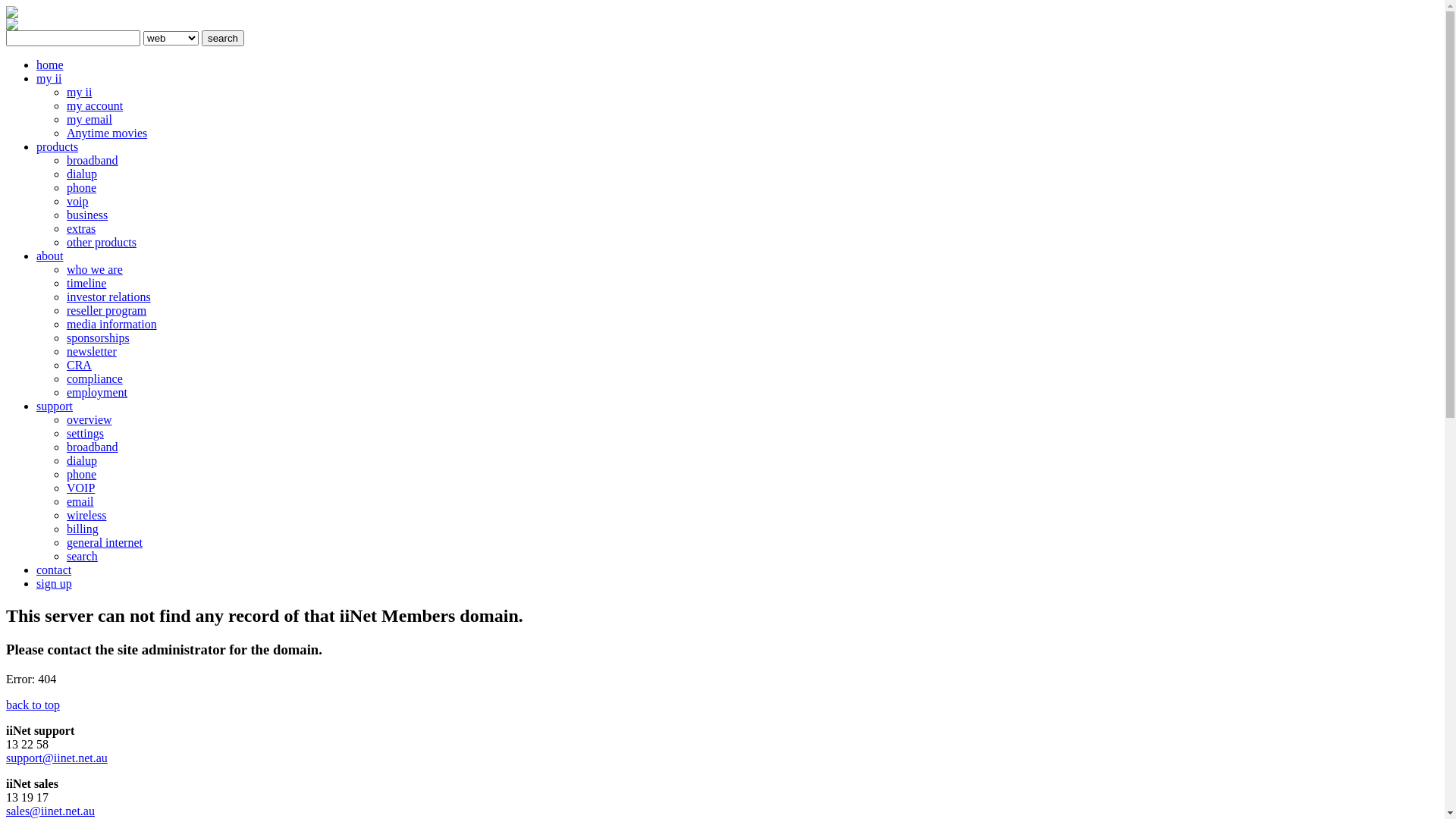  Describe the element at coordinates (33, 704) in the screenshot. I see `'back to top'` at that location.